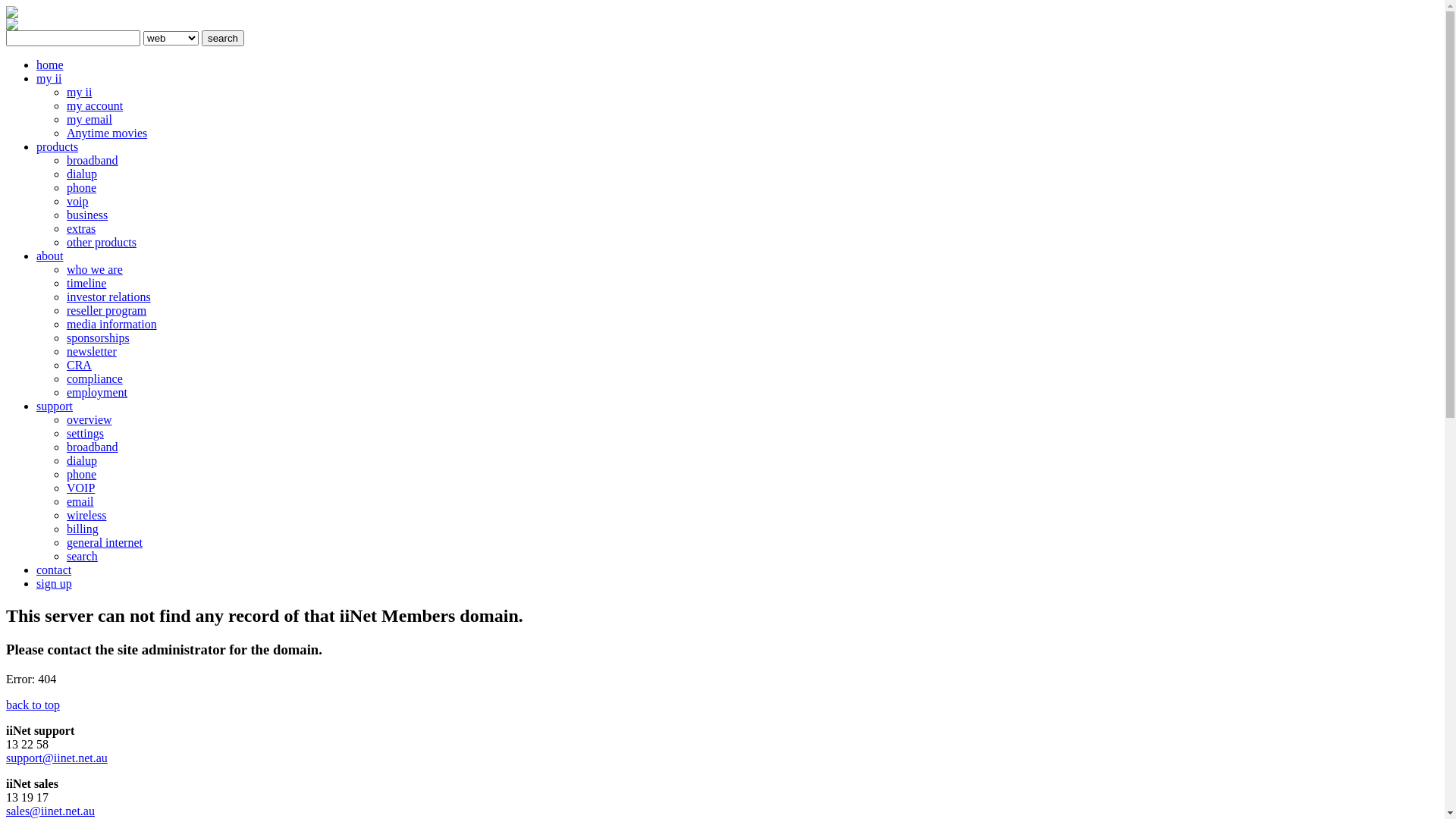  Describe the element at coordinates (33, 704) in the screenshot. I see `'back to top'` at that location.